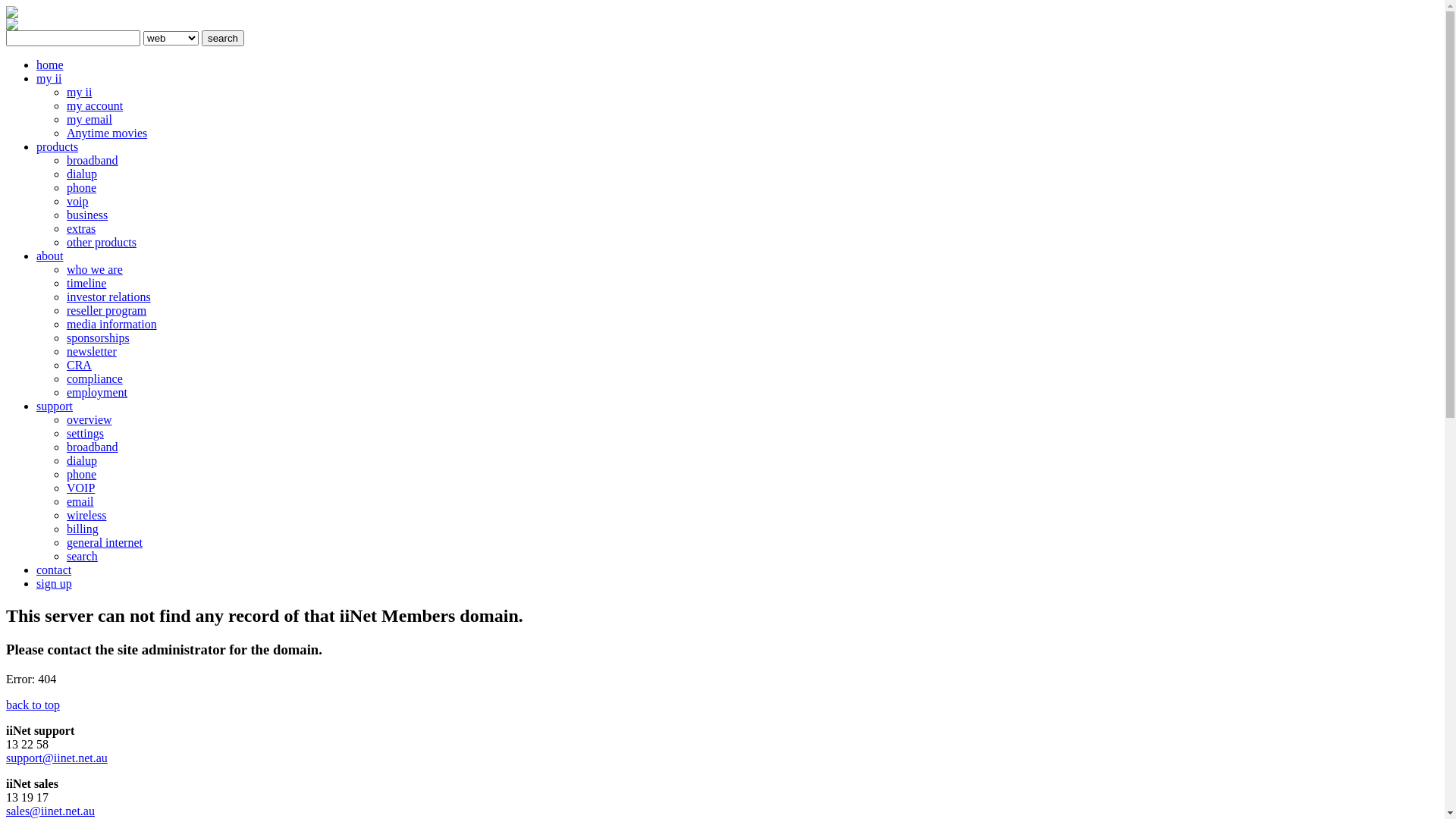  Describe the element at coordinates (33, 704) in the screenshot. I see `'back to top'` at that location.